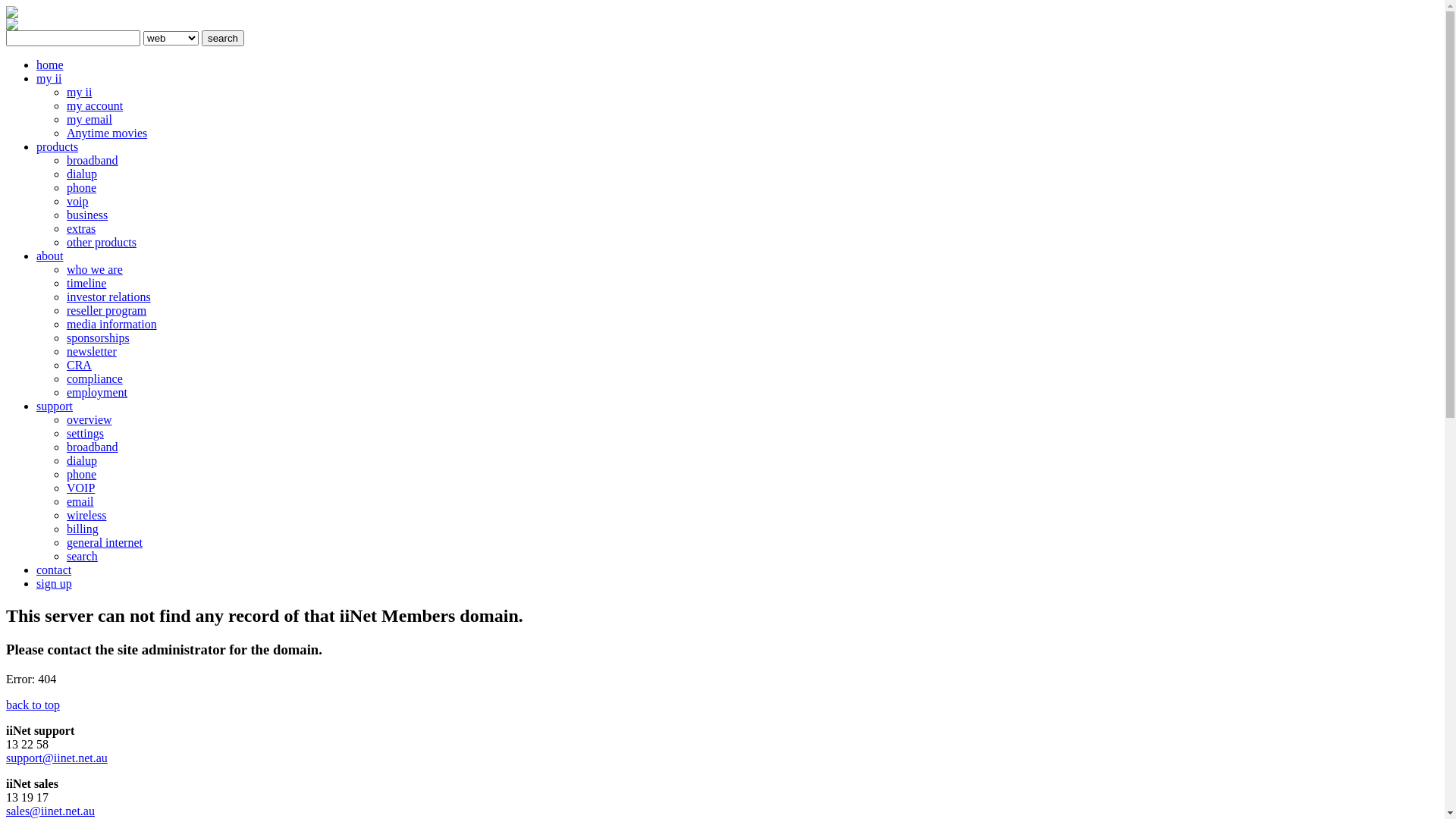  Describe the element at coordinates (33, 704) in the screenshot. I see `'back to top'` at that location.